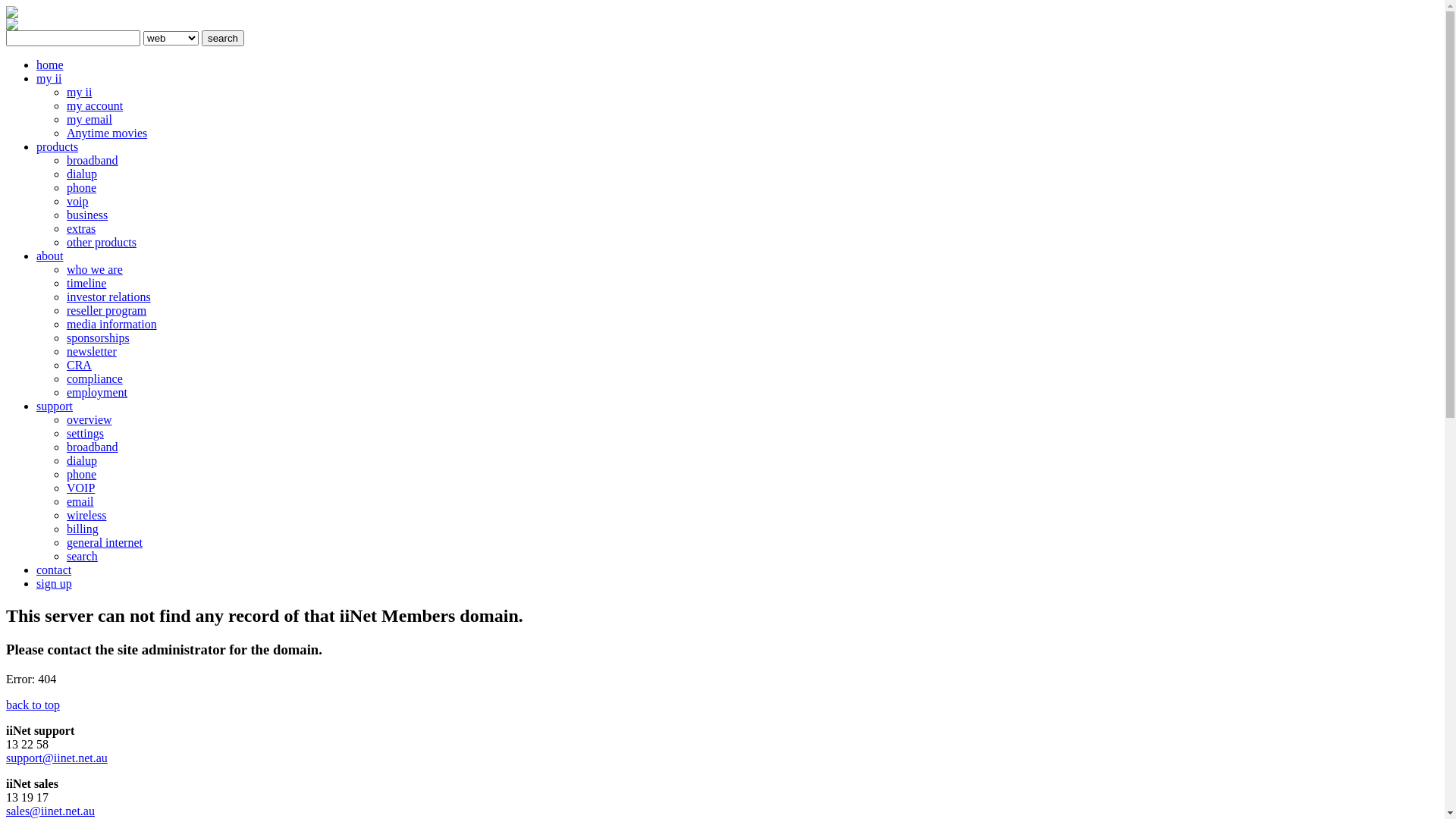  Describe the element at coordinates (33, 704) in the screenshot. I see `'back to top'` at that location.